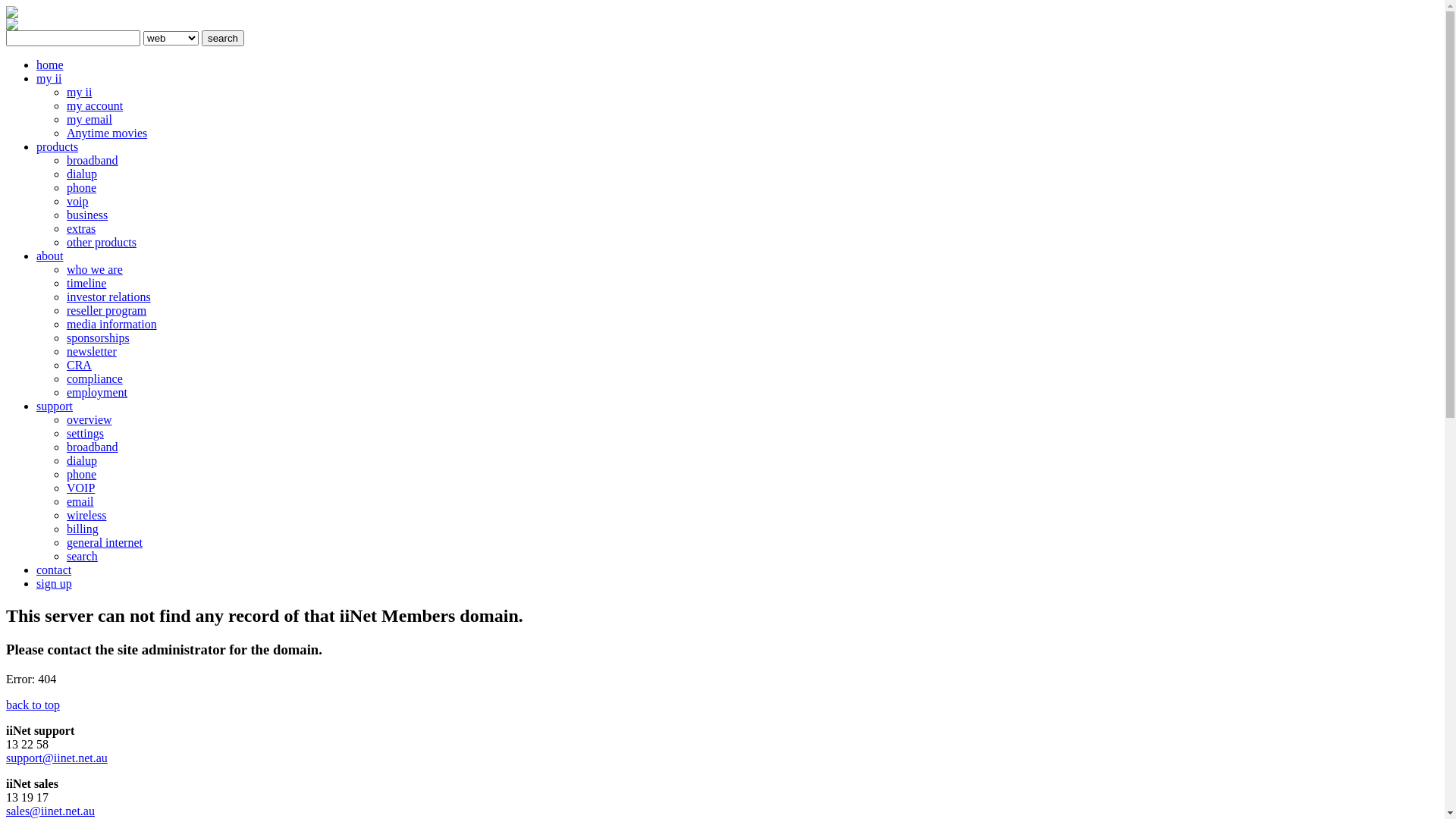  Describe the element at coordinates (33, 704) in the screenshot. I see `'back to top'` at that location.